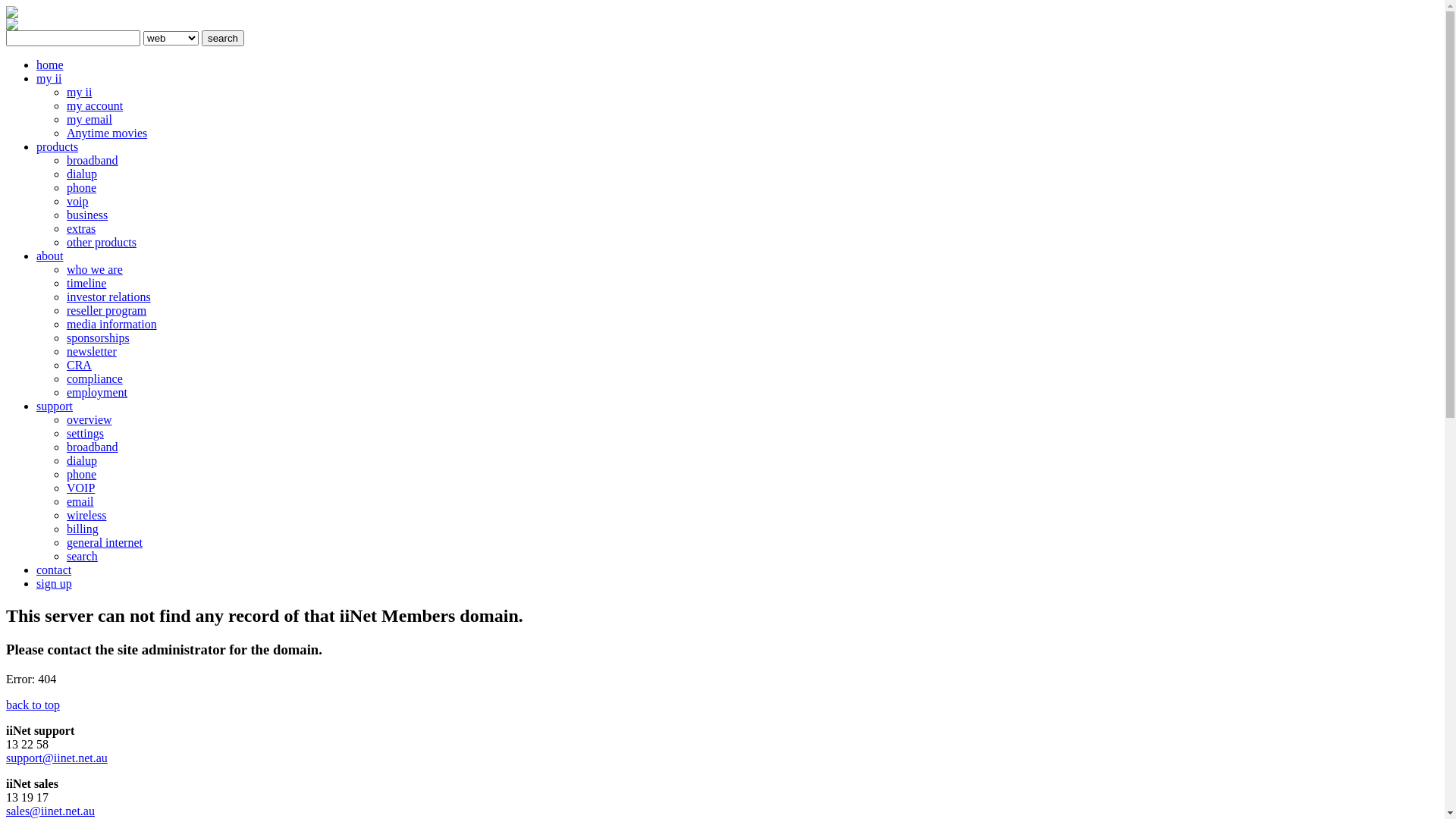  Describe the element at coordinates (33, 704) in the screenshot. I see `'back to top'` at that location.